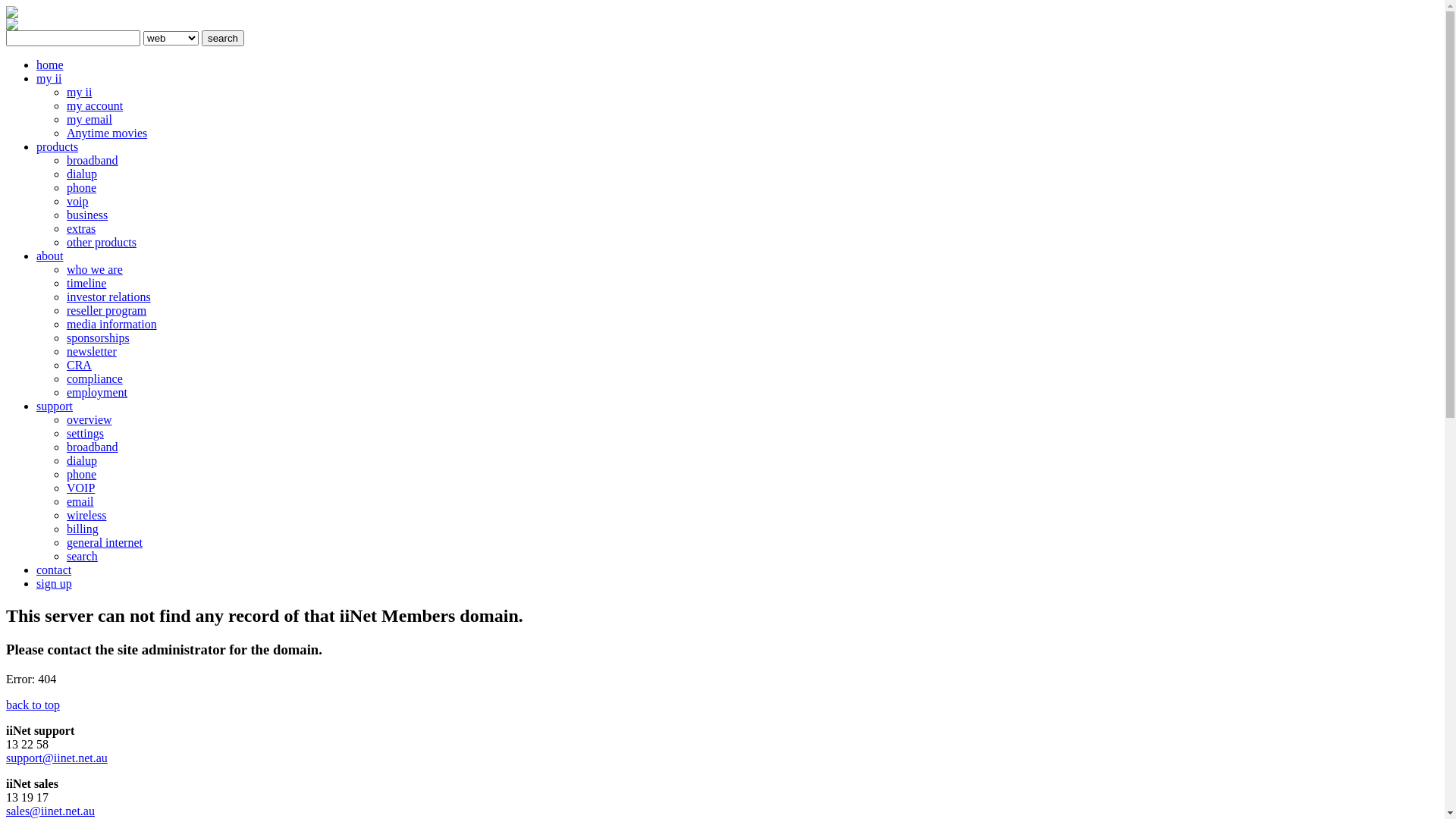  Describe the element at coordinates (33, 704) in the screenshot. I see `'back to top'` at that location.